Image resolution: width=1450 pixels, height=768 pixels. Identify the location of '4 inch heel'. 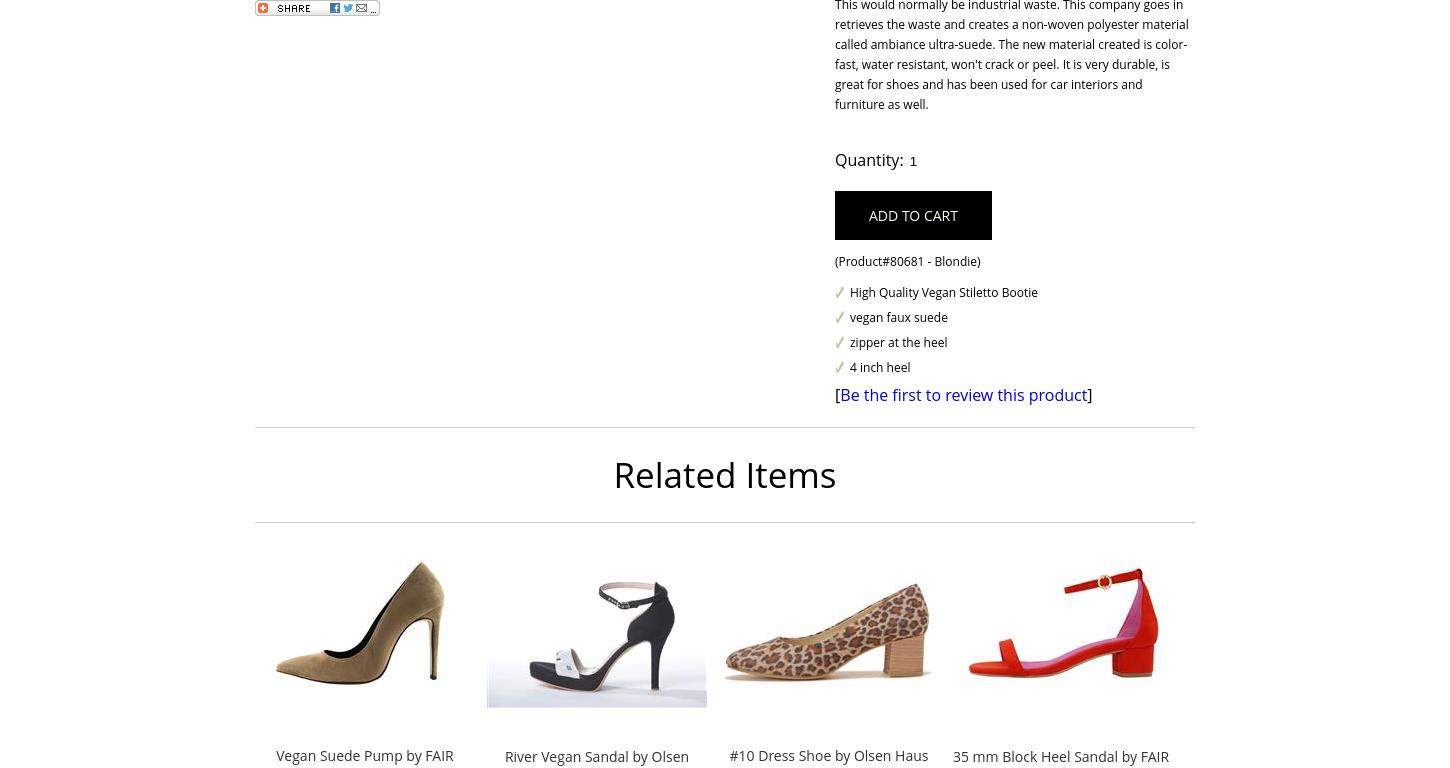
(879, 367).